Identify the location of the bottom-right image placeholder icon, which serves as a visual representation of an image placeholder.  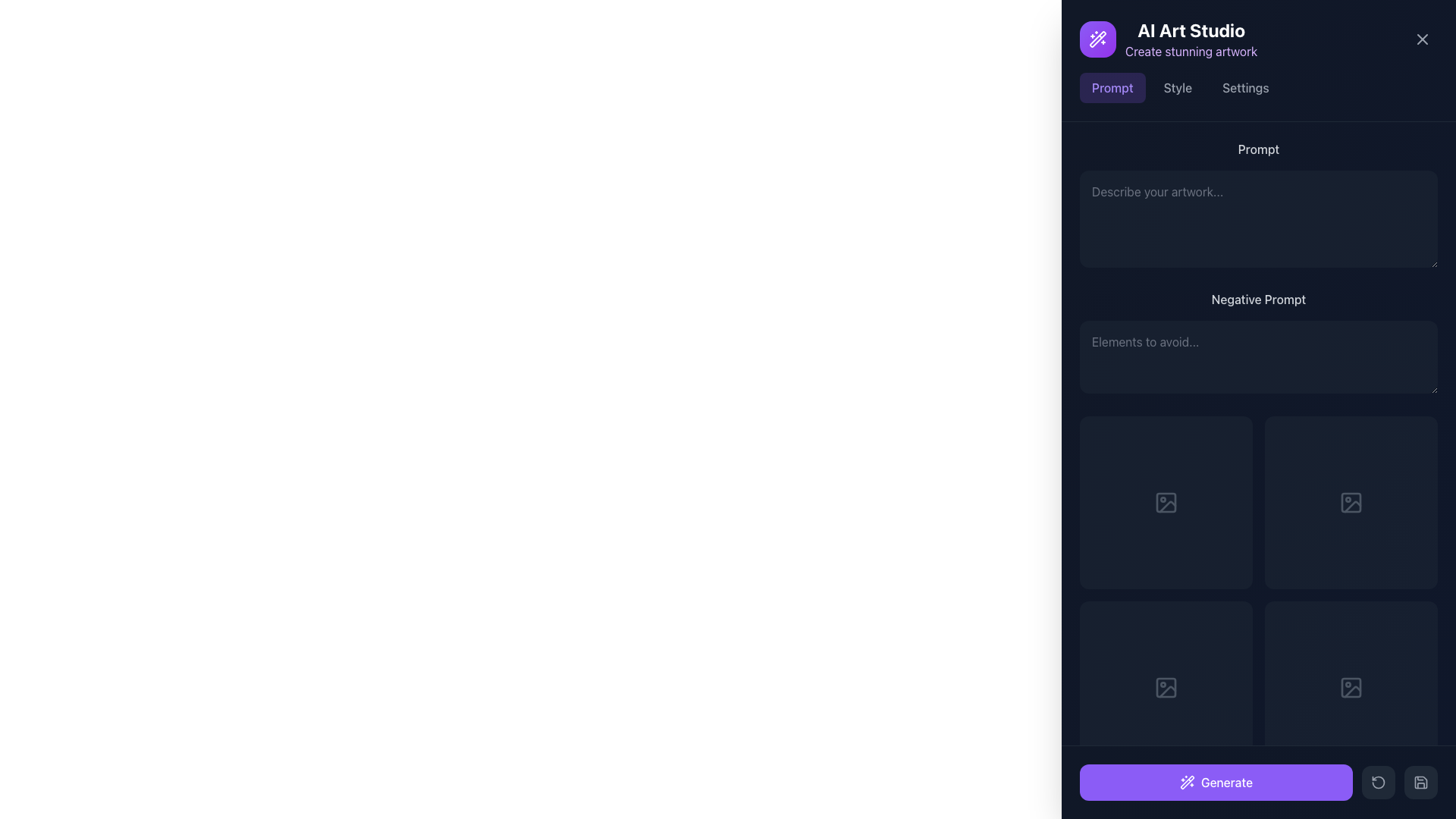
(1351, 503).